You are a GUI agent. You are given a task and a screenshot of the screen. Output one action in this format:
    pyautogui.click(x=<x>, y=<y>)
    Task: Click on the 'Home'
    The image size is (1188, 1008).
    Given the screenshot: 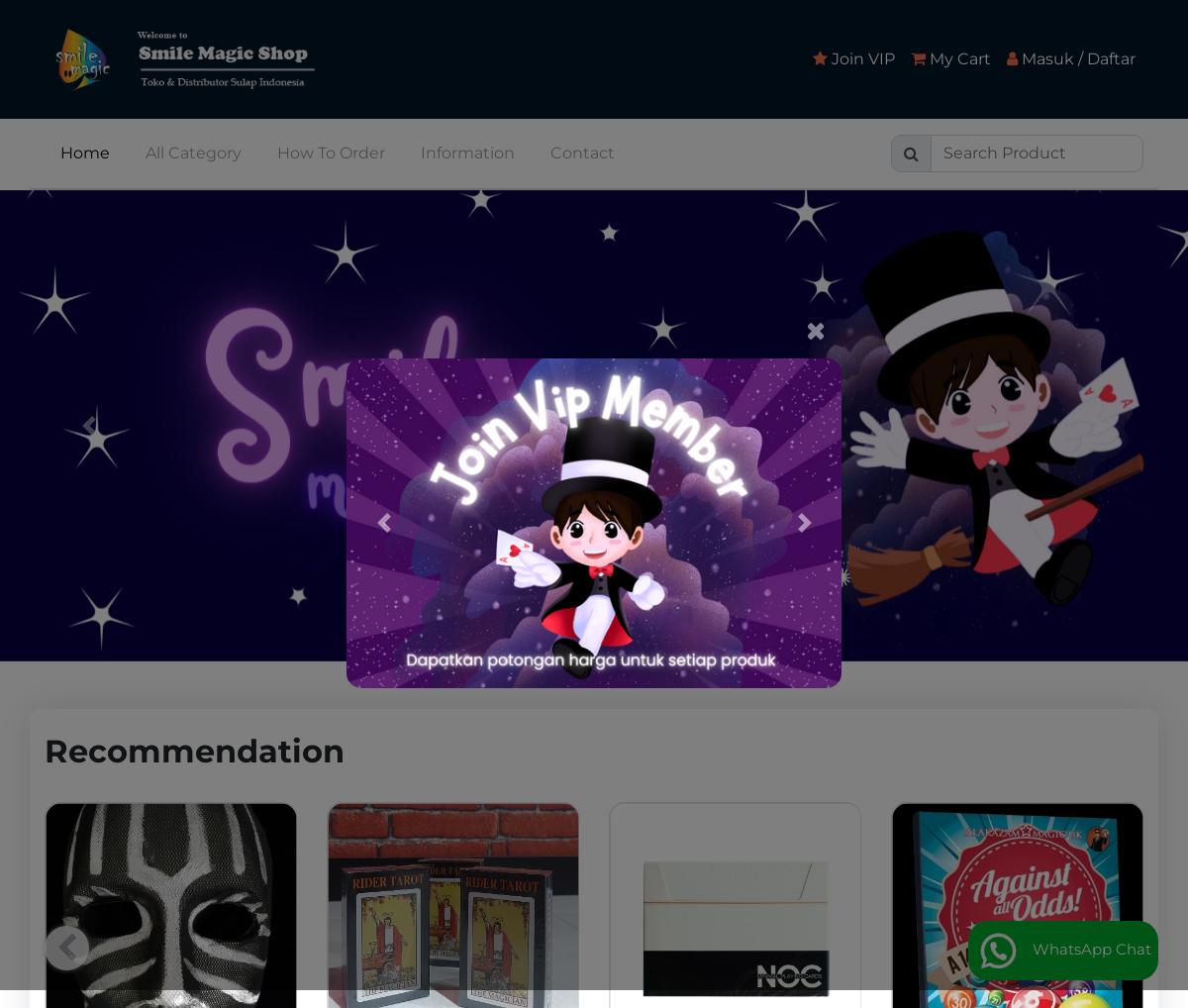 What is the action you would take?
    pyautogui.click(x=59, y=151)
    